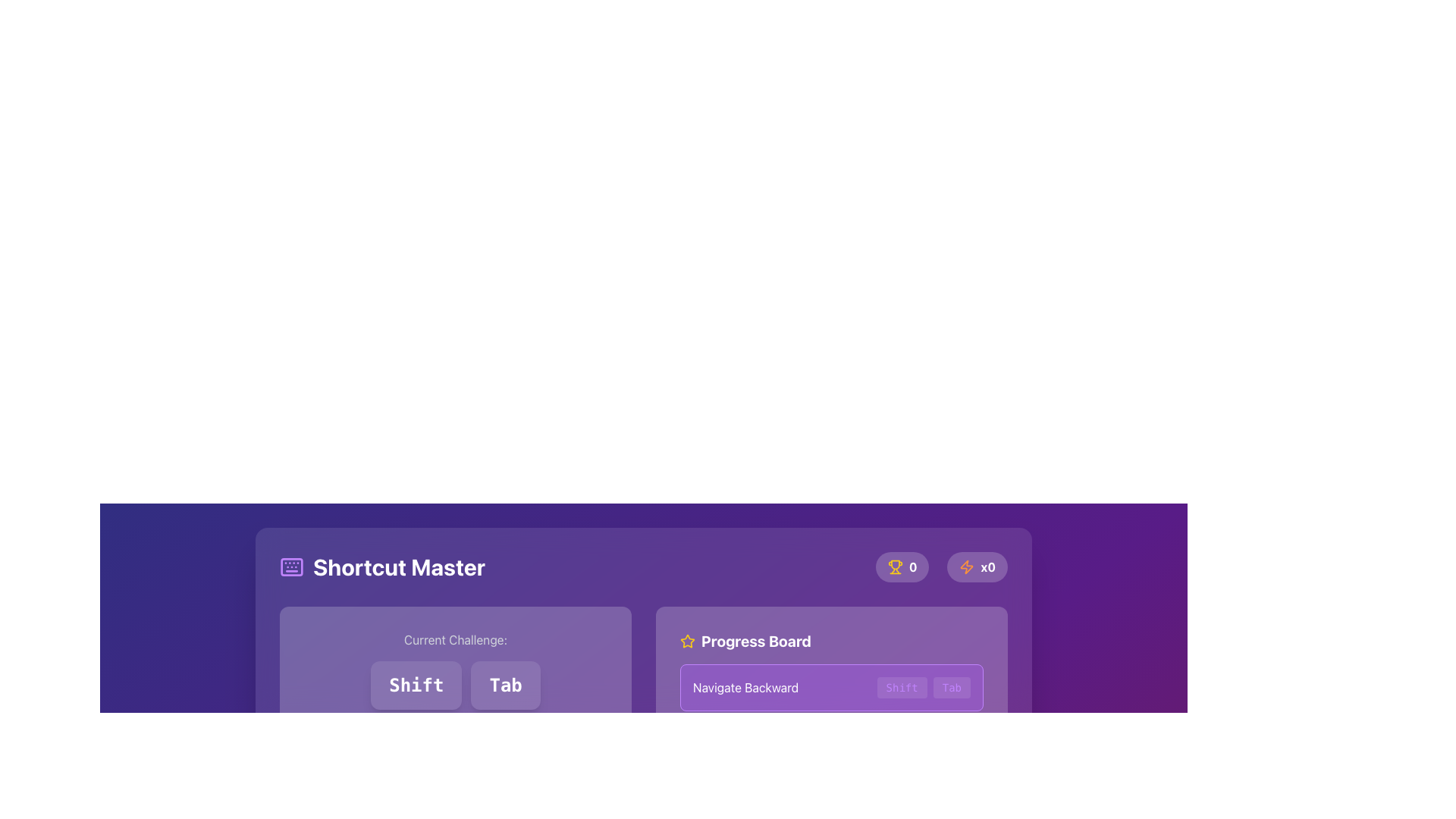 Image resolution: width=1456 pixels, height=819 pixels. Describe the element at coordinates (977, 567) in the screenshot. I see `the Status indicator with an orange lightning bolt icon and the text 'x0', located in the top-right corner of the interface` at that location.